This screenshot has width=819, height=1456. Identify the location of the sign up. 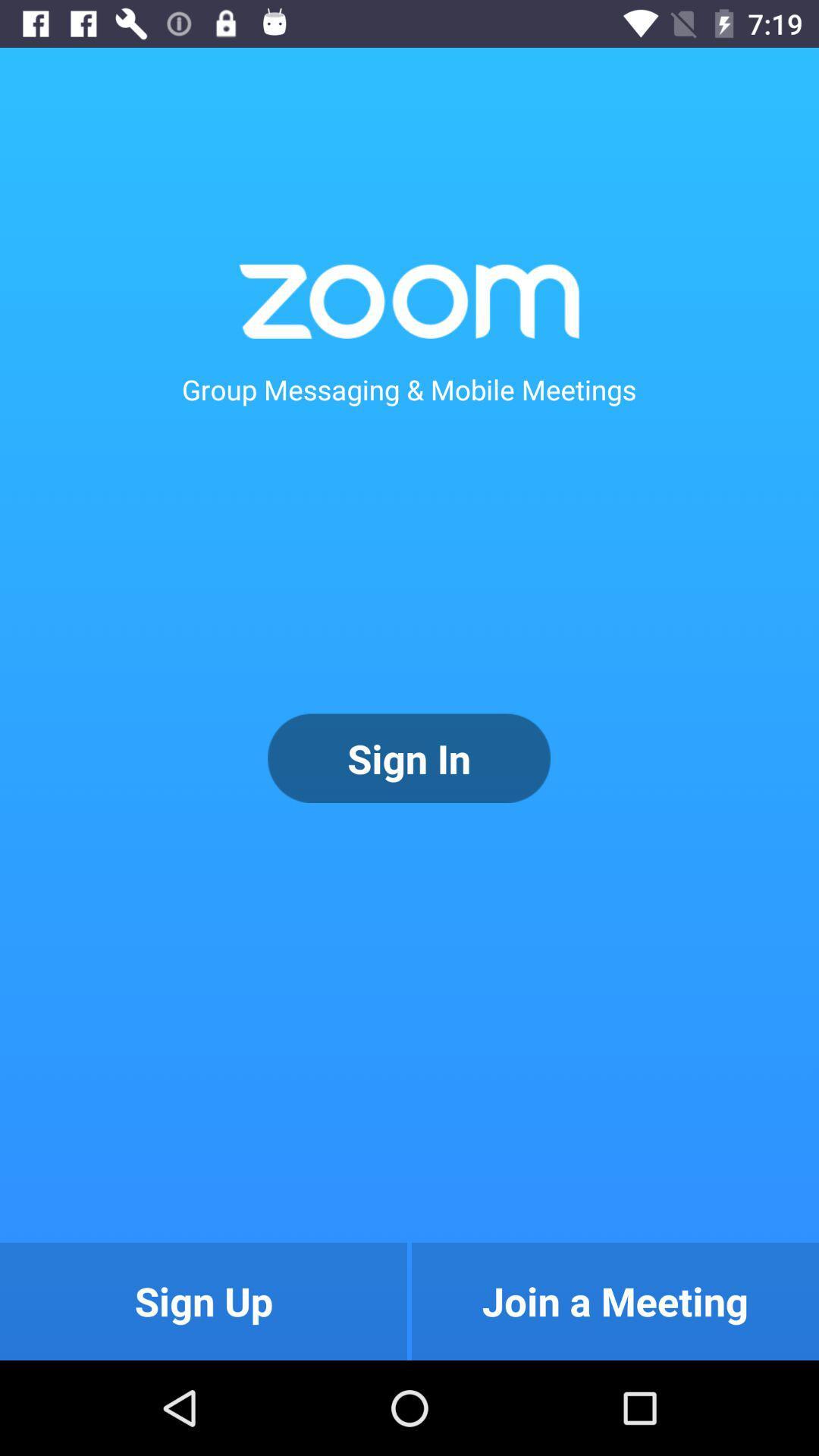
(202, 1301).